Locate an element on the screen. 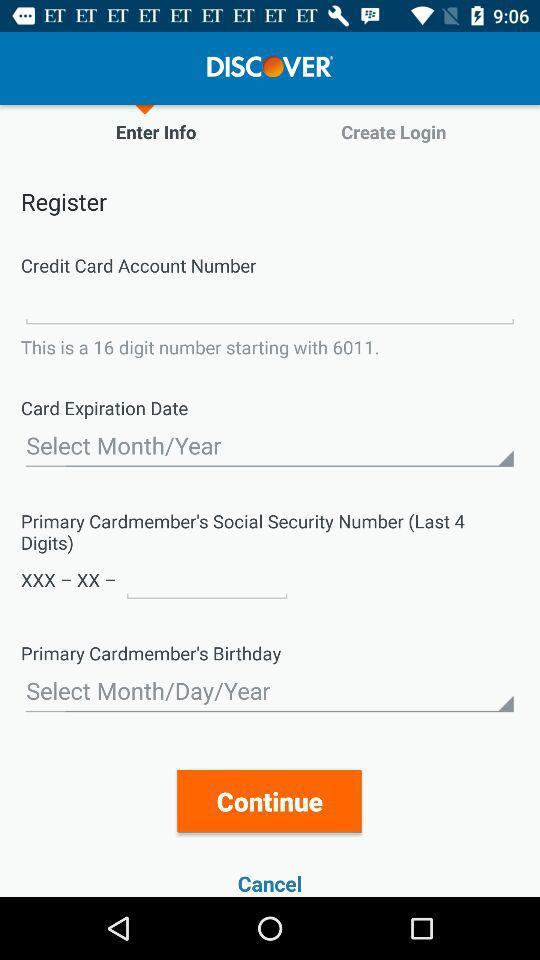 Image resolution: width=540 pixels, height=960 pixels. the cancel item is located at coordinates (270, 883).